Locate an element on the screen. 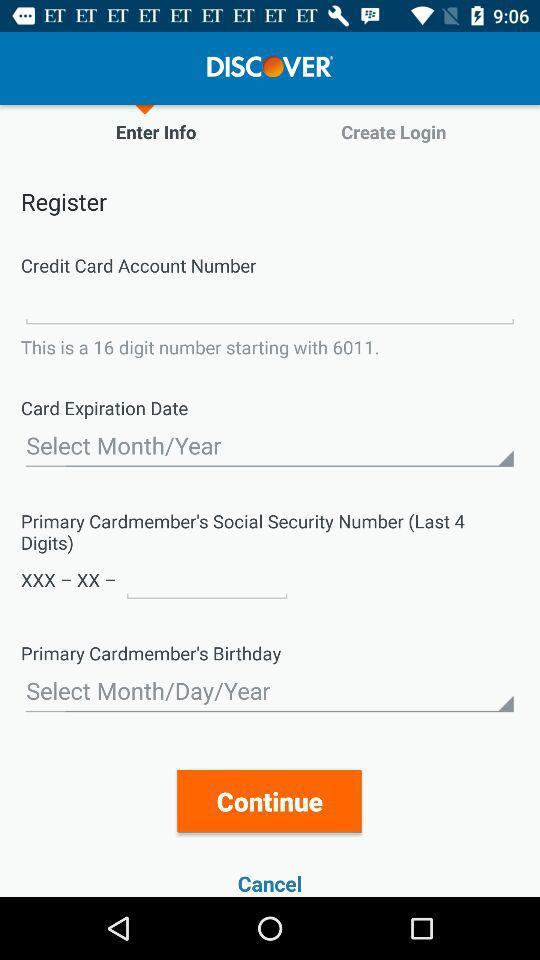 Image resolution: width=540 pixels, height=960 pixels. the cancel item is located at coordinates (270, 883).